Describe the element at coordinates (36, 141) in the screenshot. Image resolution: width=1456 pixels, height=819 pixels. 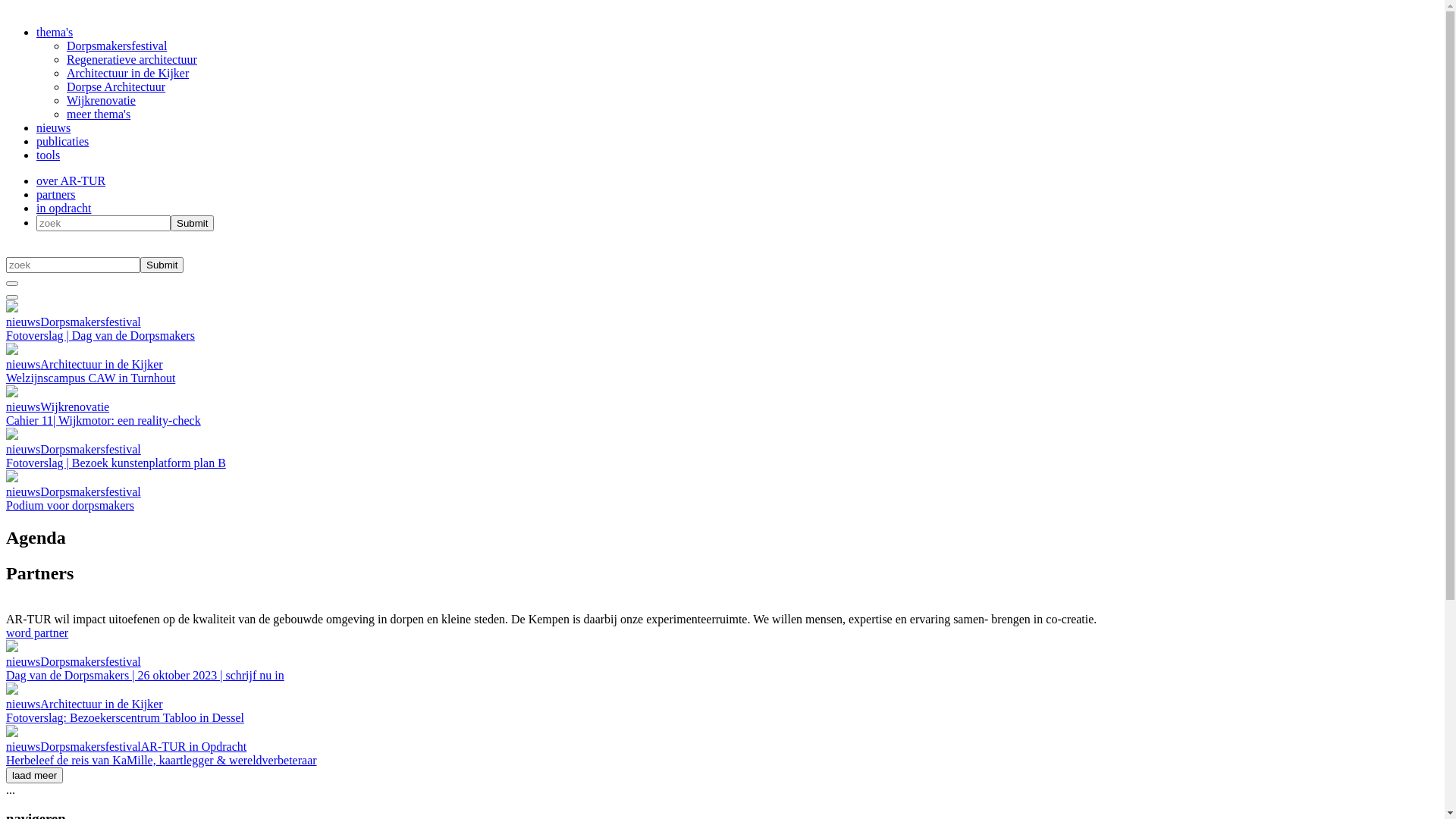
I see `'publicaties'` at that location.